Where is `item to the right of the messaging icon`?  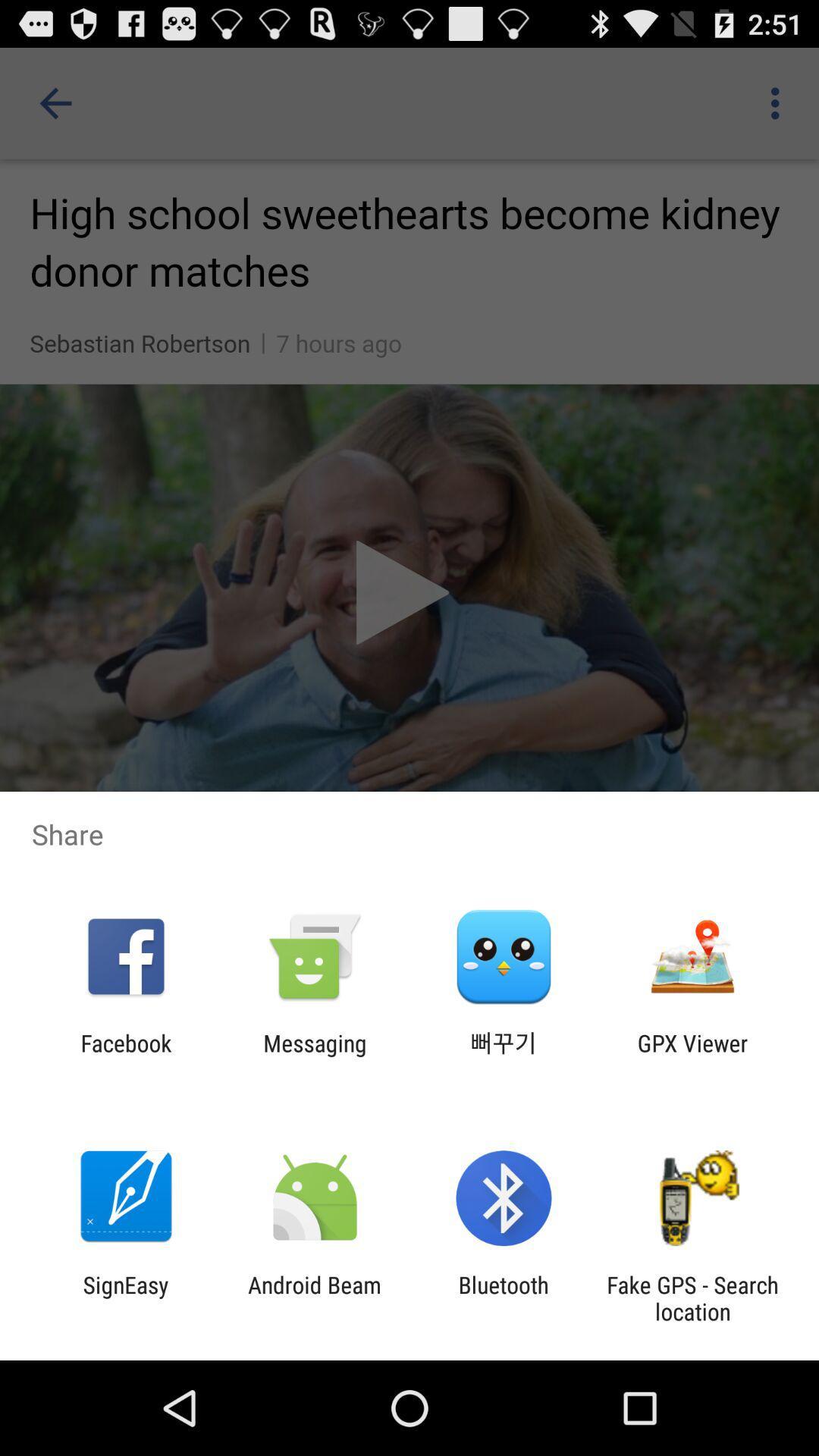 item to the right of the messaging icon is located at coordinates (504, 1056).